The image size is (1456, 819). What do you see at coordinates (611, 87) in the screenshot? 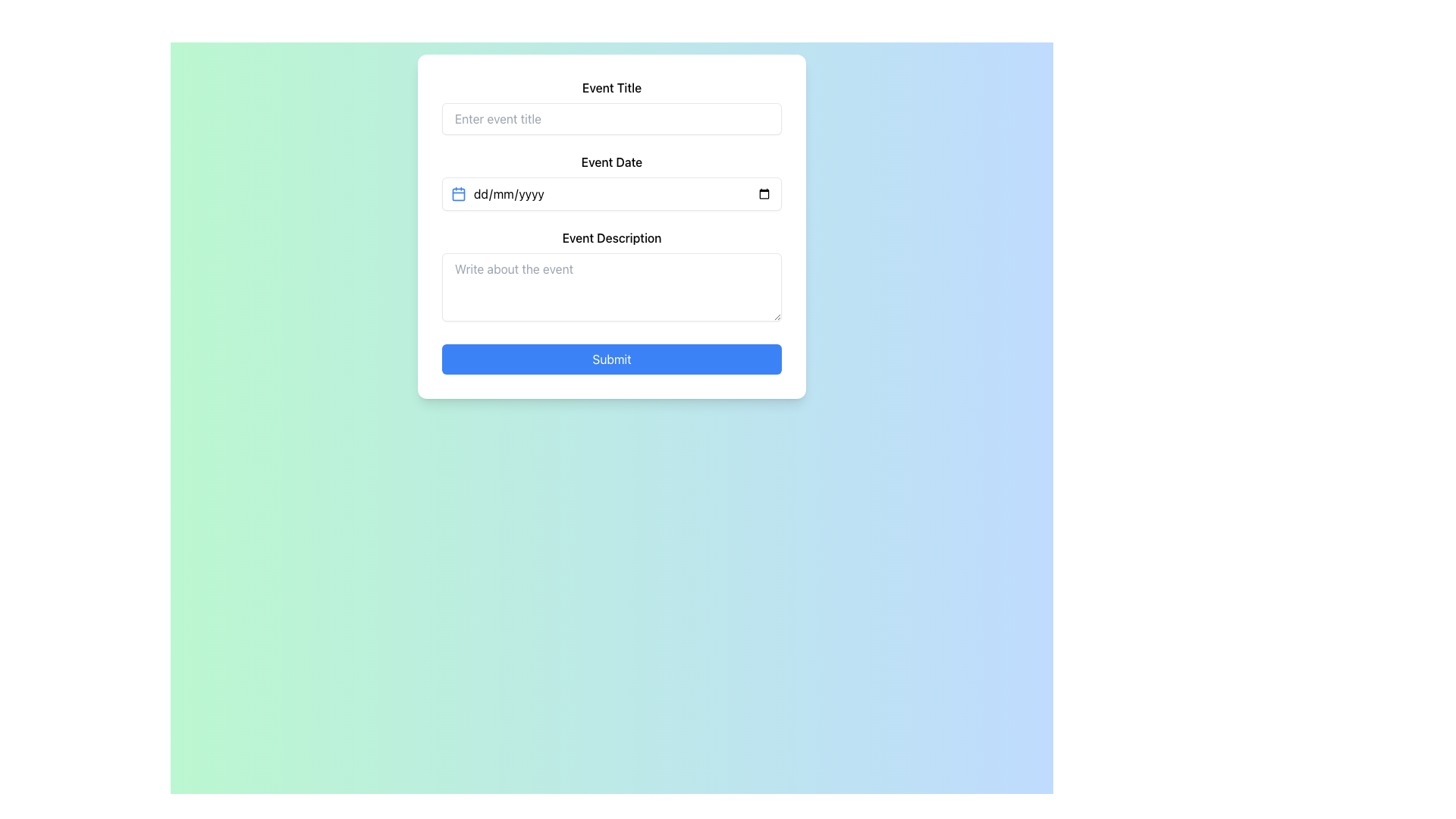
I see `the 'Event Title' text label, which is displayed in medium-sized black font at the top of the form interface, above the input field` at bounding box center [611, 87].